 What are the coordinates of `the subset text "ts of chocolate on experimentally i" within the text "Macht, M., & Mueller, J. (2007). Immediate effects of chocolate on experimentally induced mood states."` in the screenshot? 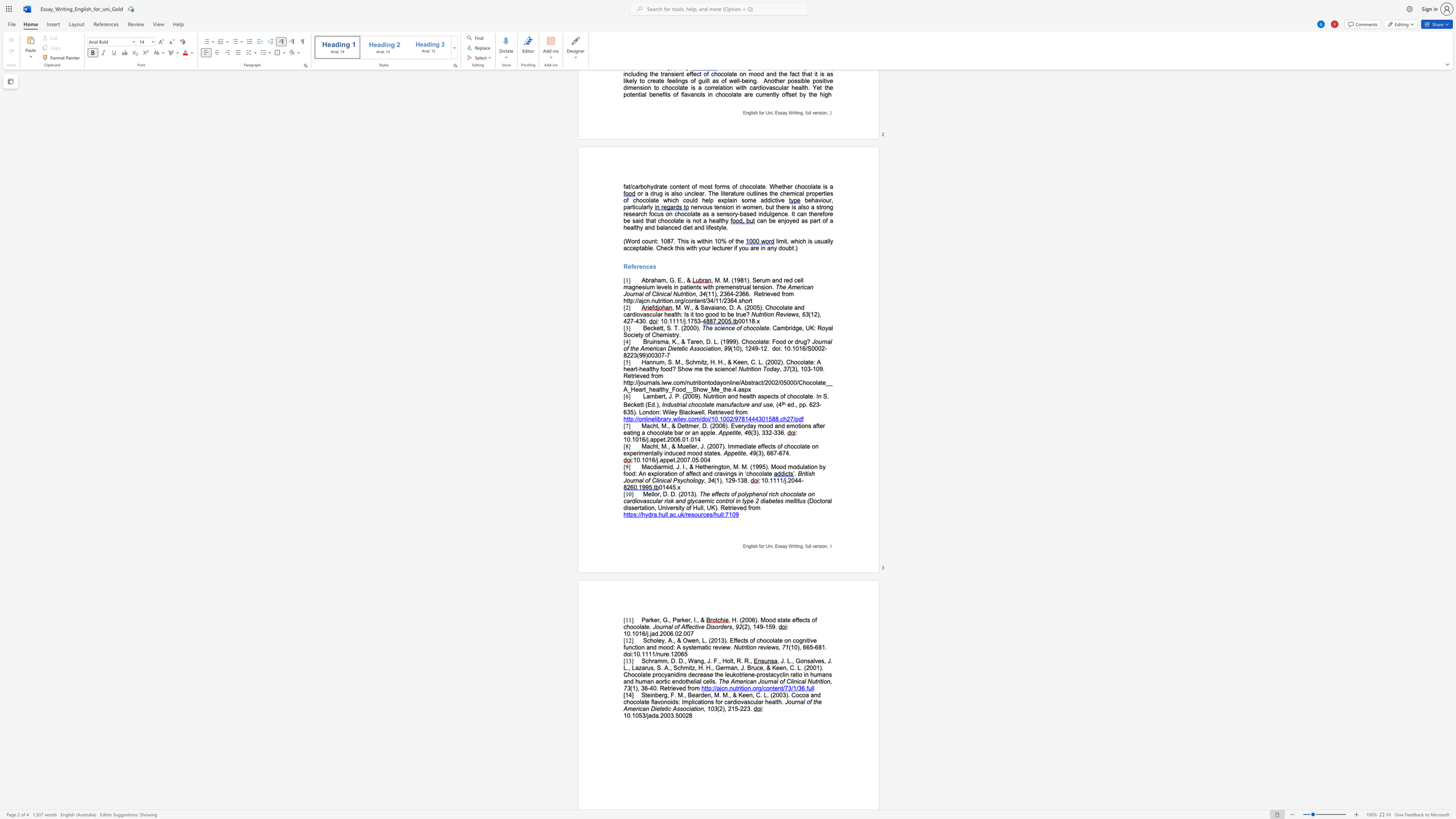 It's located at (770, 445).